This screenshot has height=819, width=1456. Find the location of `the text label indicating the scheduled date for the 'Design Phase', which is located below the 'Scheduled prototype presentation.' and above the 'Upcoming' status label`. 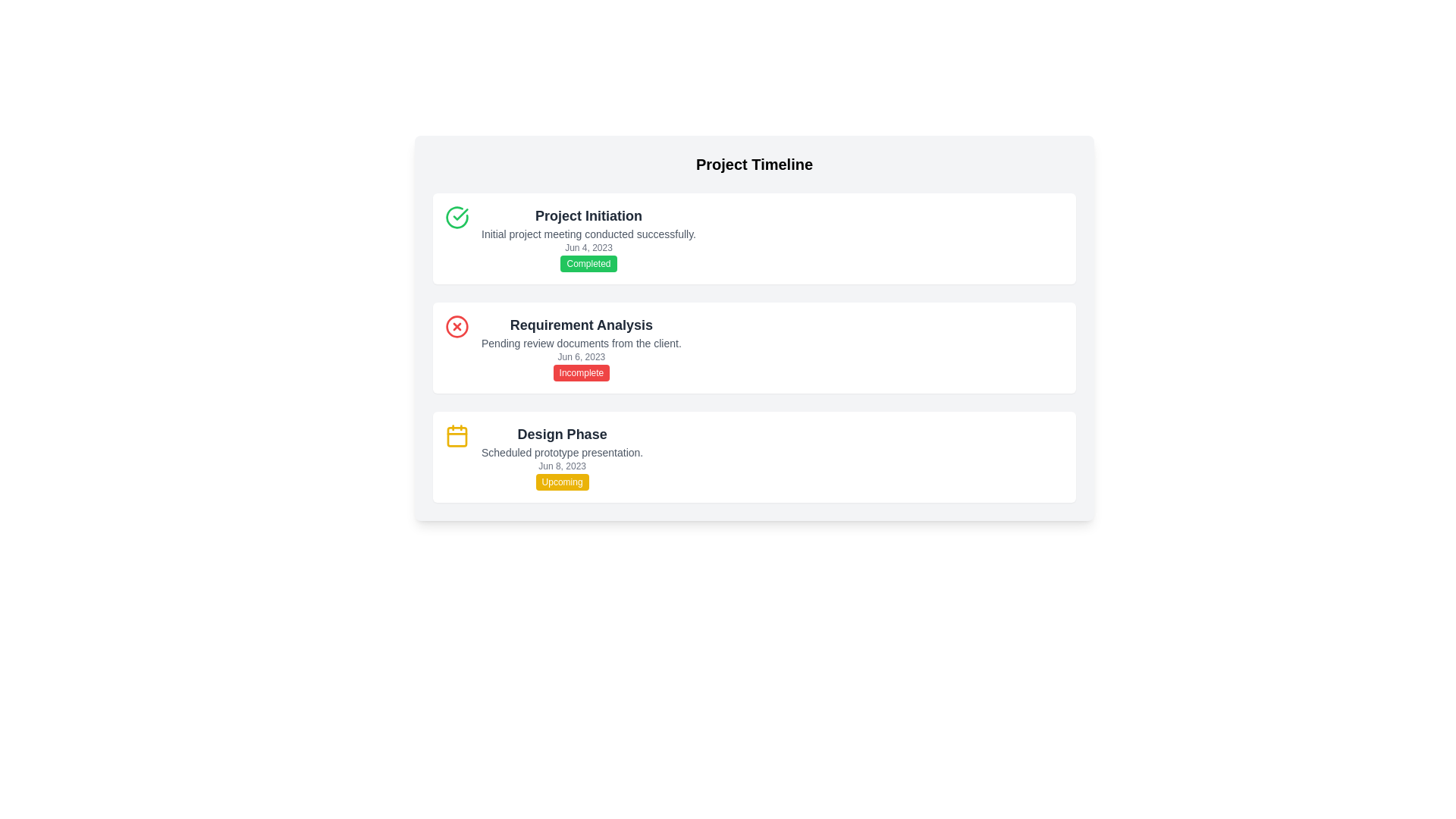

the text label indicating the scheduled date for the 'Design Phase', which is located below the 'Scheduled prototype presentation.' and above the 'Upcoming' status label is located at coordinates (561, 465).